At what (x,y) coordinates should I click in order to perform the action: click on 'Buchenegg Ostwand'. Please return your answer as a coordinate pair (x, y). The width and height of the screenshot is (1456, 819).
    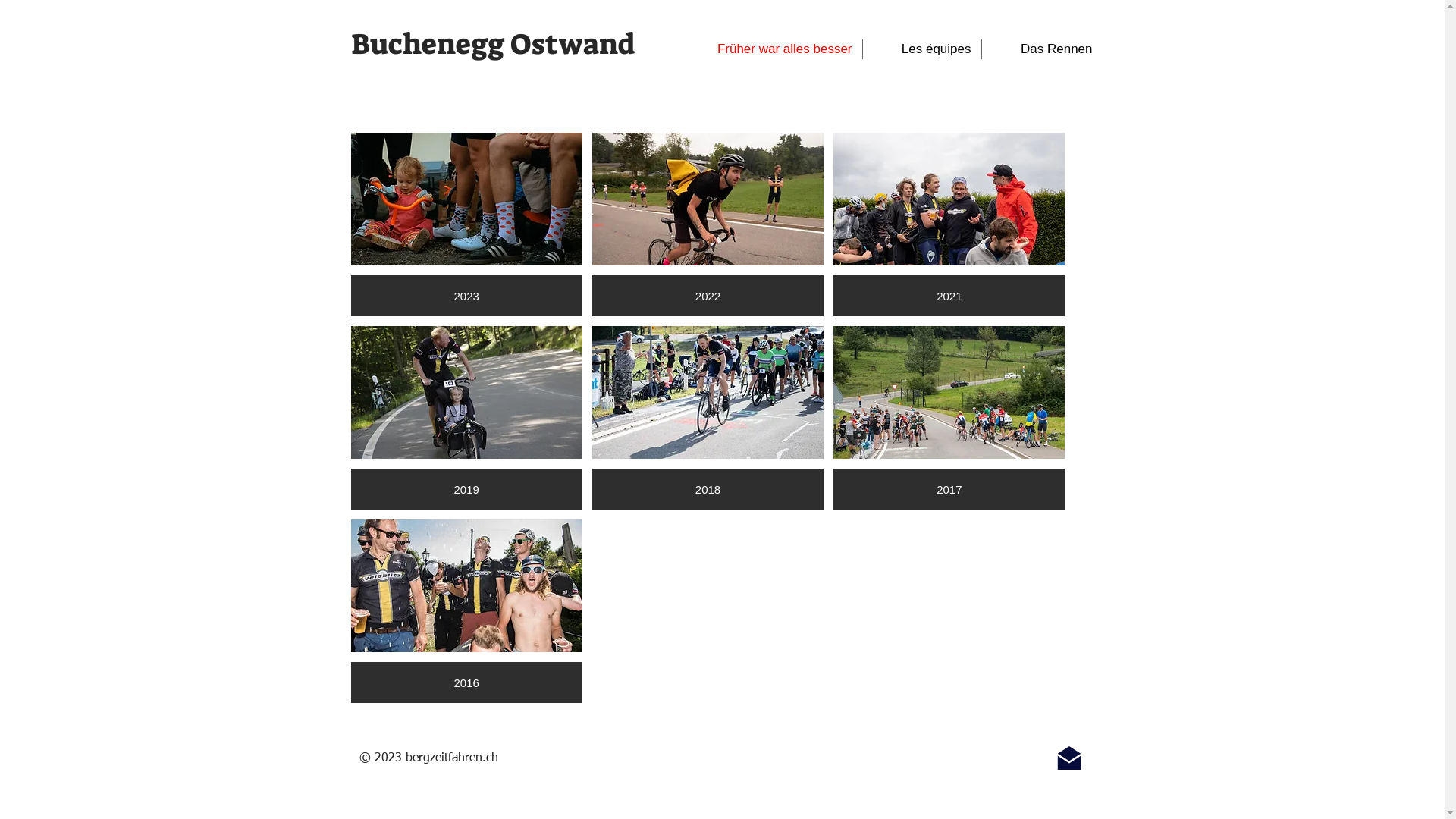
    Looking at the image, I should click on (491, 42).